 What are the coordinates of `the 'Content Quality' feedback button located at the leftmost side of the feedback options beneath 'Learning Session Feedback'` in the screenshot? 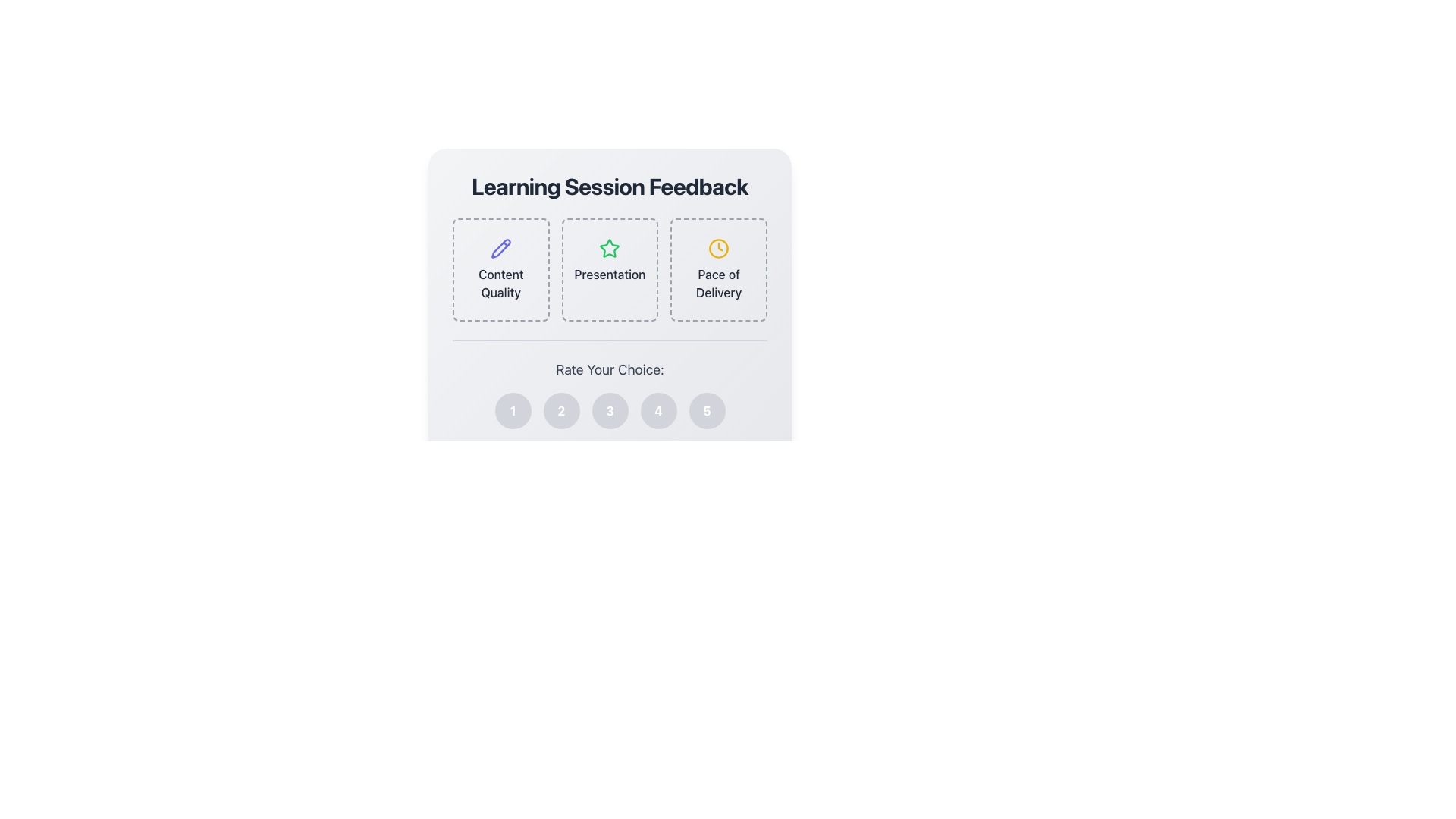 It's located at (500, 268).